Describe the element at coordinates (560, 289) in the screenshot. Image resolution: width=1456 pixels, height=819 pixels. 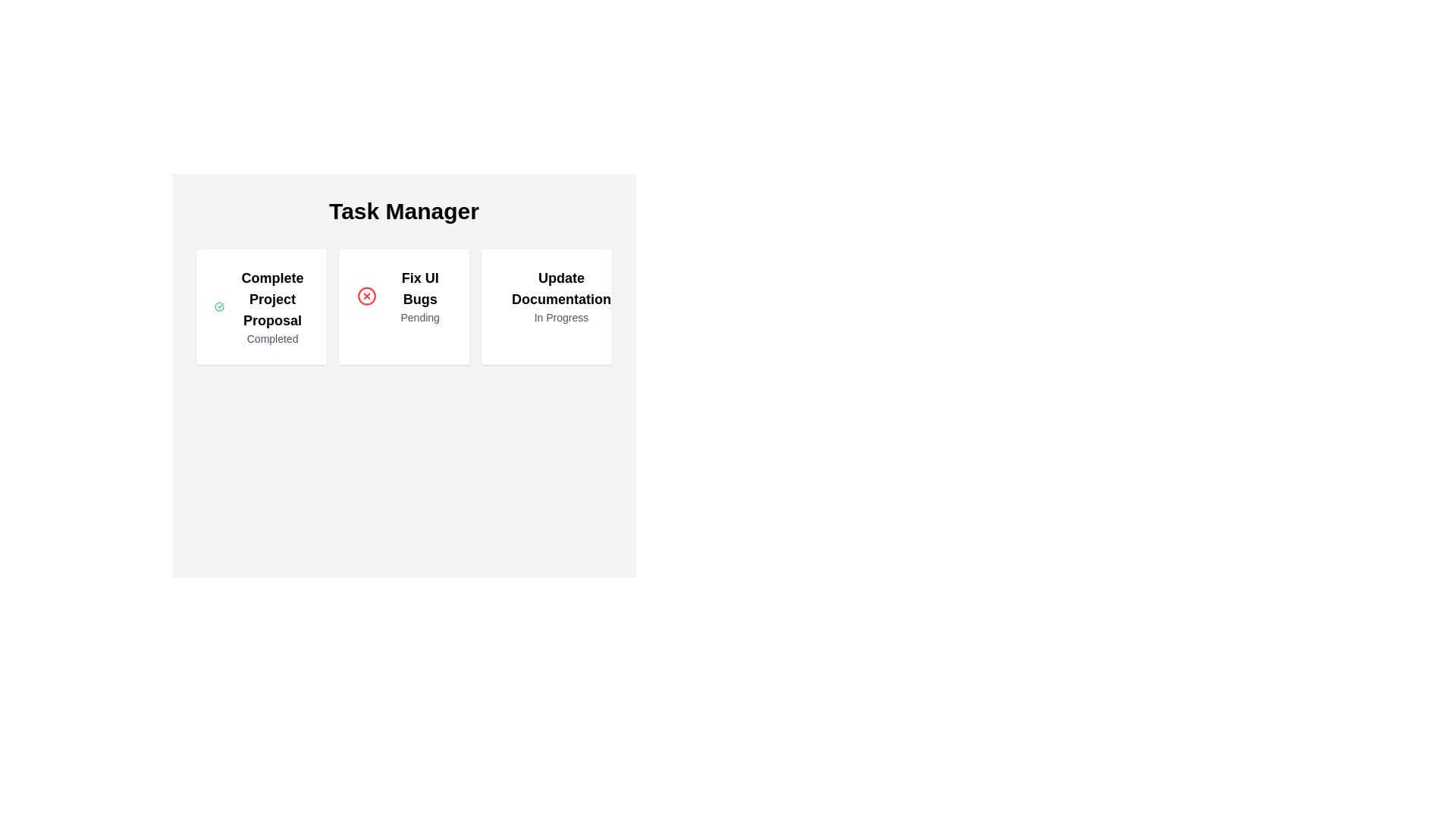
I see `the 'Update Documentation' text label, which is styled in a large bold font and located at the top of the rightmost card under the 'Task Manager' heading` at that location.